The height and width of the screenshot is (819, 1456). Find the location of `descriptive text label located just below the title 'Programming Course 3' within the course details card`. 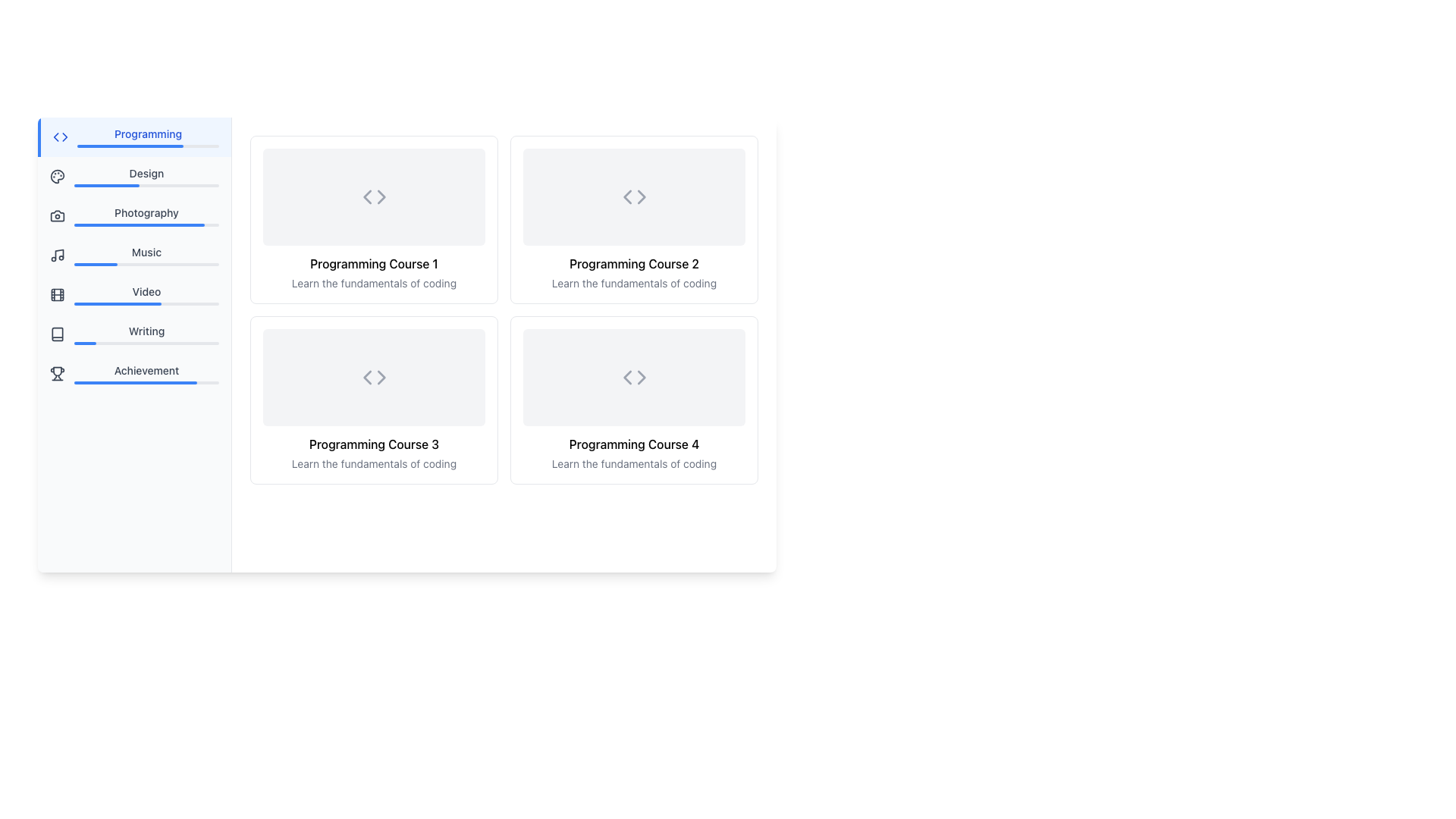

descriptive text label located just below the title 'Programming Course 3' within the course details card is located at coordinates (374, 463).